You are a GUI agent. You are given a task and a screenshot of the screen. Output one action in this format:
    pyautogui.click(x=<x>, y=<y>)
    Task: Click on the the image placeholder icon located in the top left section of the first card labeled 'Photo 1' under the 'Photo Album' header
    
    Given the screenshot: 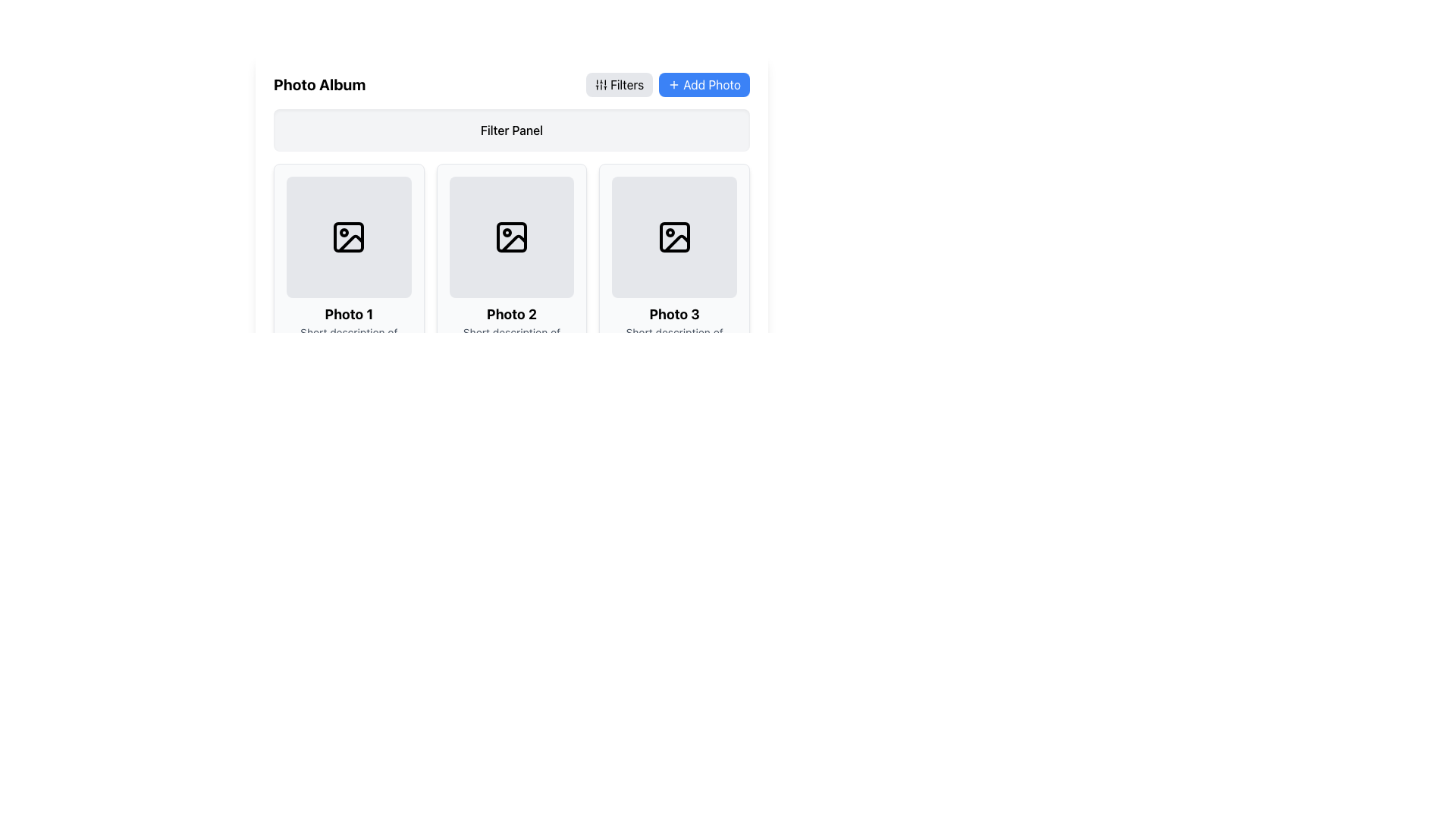 What is the action you would take?
    pyautogui.click(x=348, y=237)
    